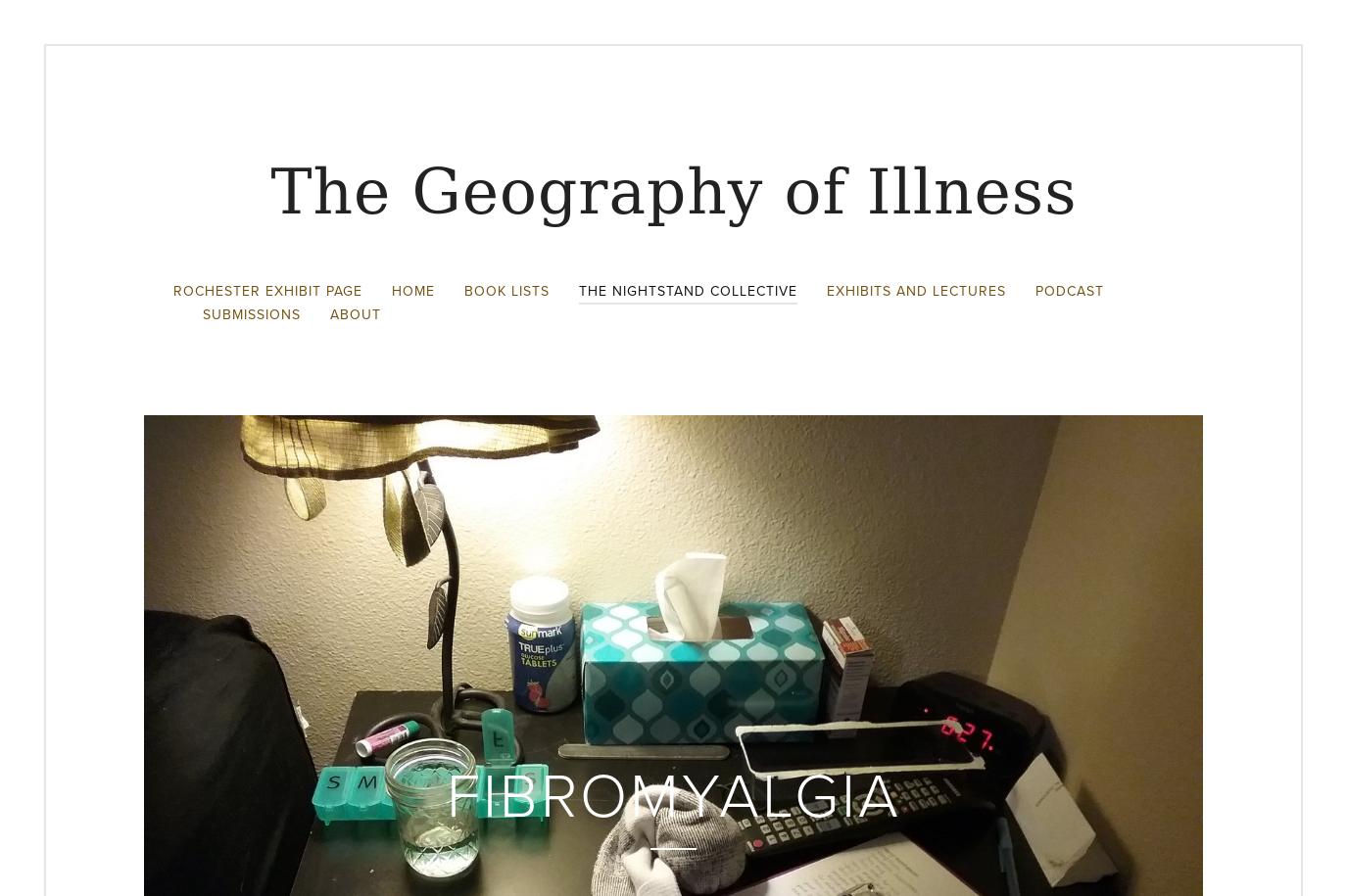  I want to click on 'Exhibits and Lectures', so click(915, 289).